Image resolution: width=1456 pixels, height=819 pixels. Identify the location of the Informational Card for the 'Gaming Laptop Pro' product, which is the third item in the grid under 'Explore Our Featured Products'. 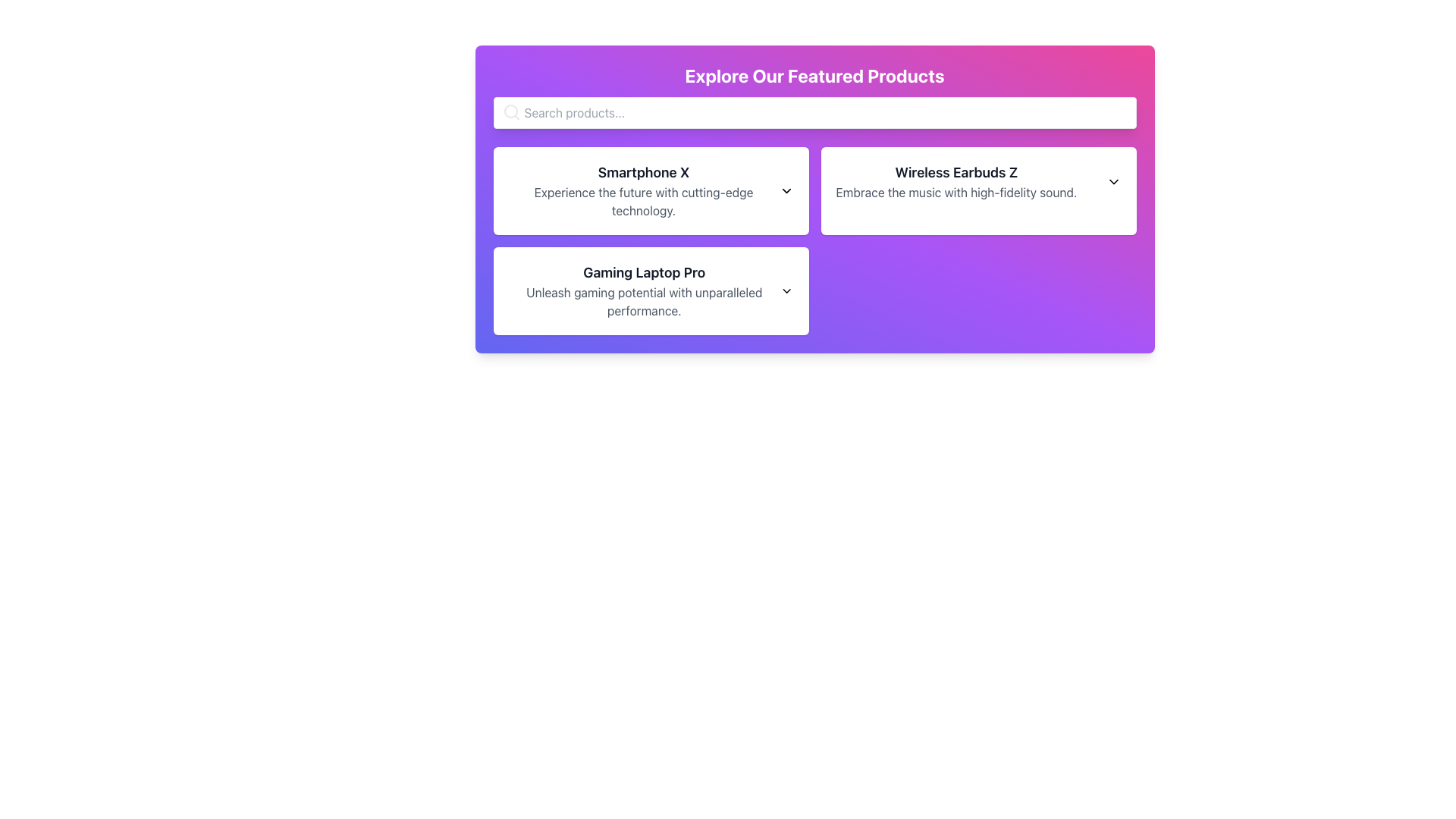
(651, 291).